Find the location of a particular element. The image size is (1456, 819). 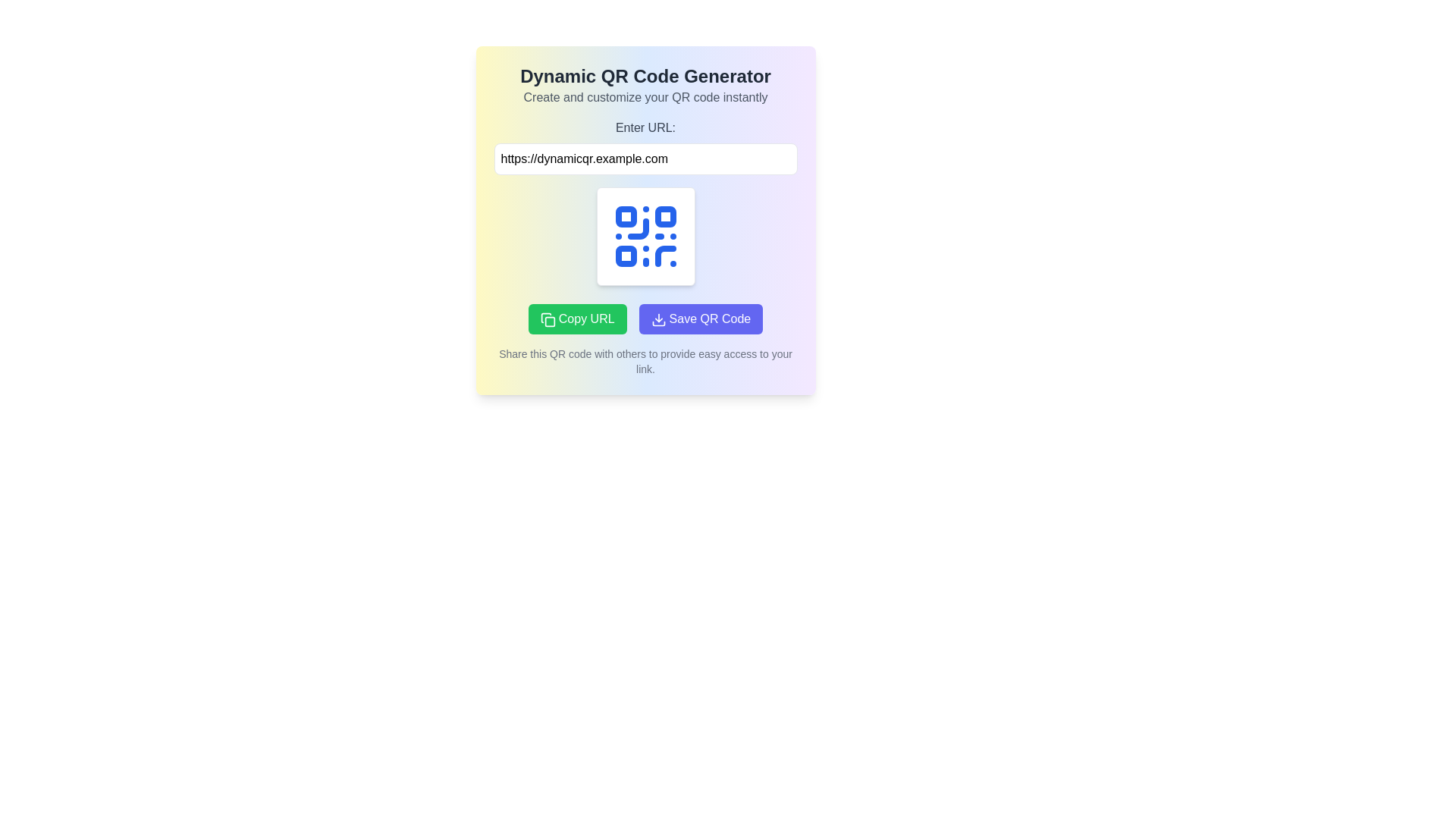

the dynamically generated QR code element located beneath the URL input field, above the 'Copy URL' and 'Save QR Code' buttons is located at coordinates (645, 237).